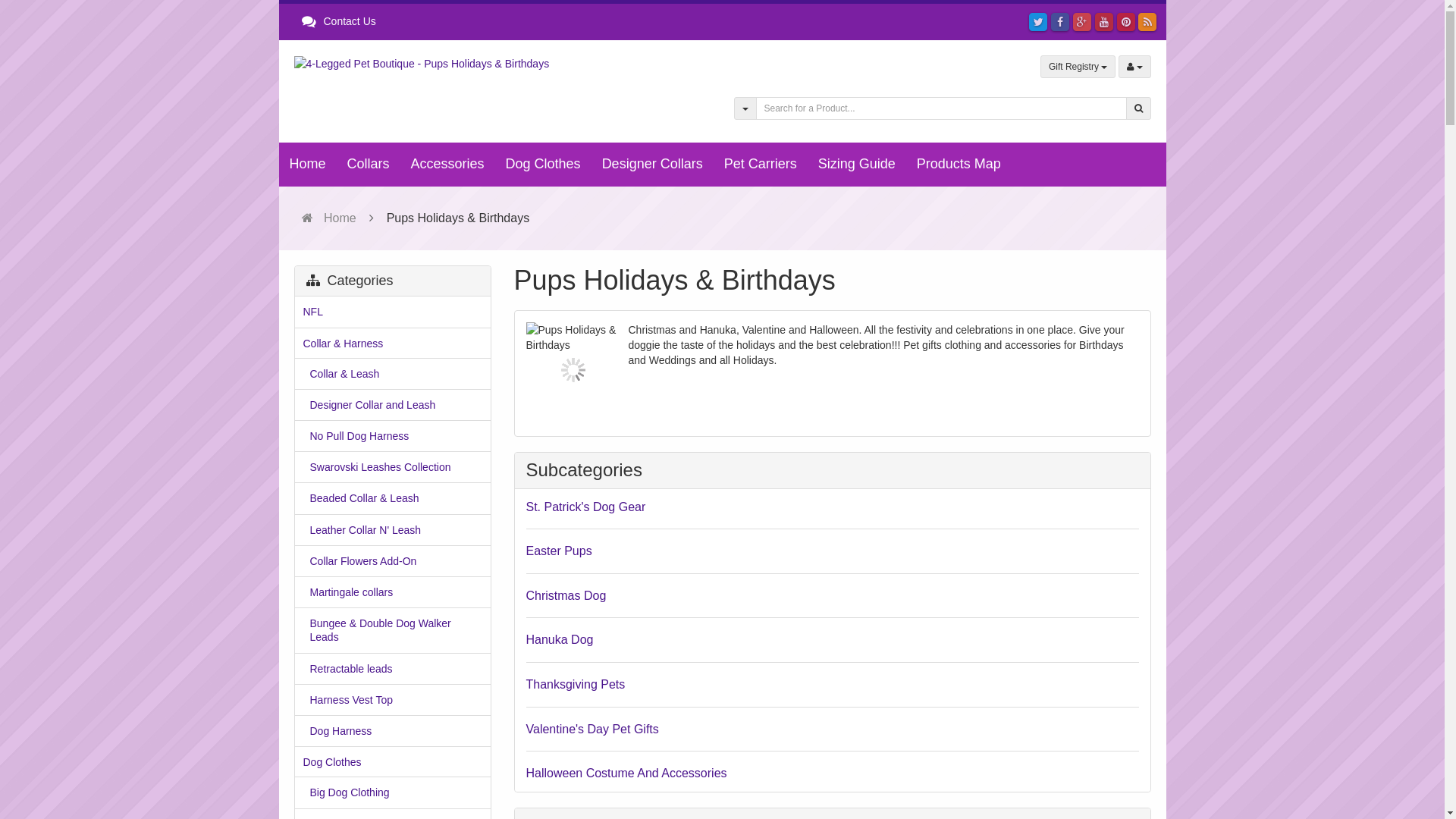  What do you see at coordinates (392, 373) in the screenshot?
I see `'Collar & Leash'` at bounding box center [392, 373].